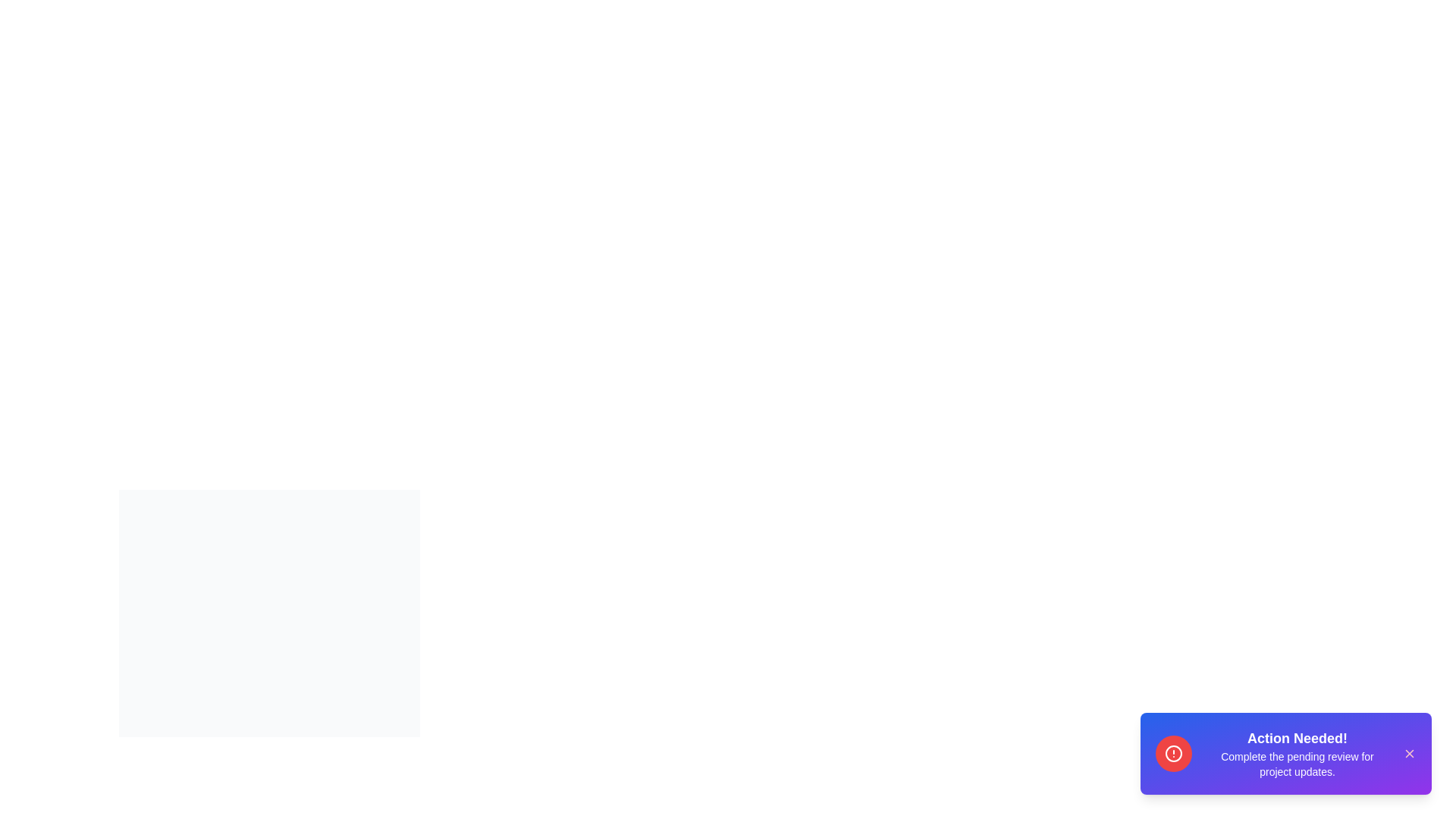 The height and width of the screenshot is (819, 1456). I want to click on the alert icon in the snackbar, so click(1173, 754).